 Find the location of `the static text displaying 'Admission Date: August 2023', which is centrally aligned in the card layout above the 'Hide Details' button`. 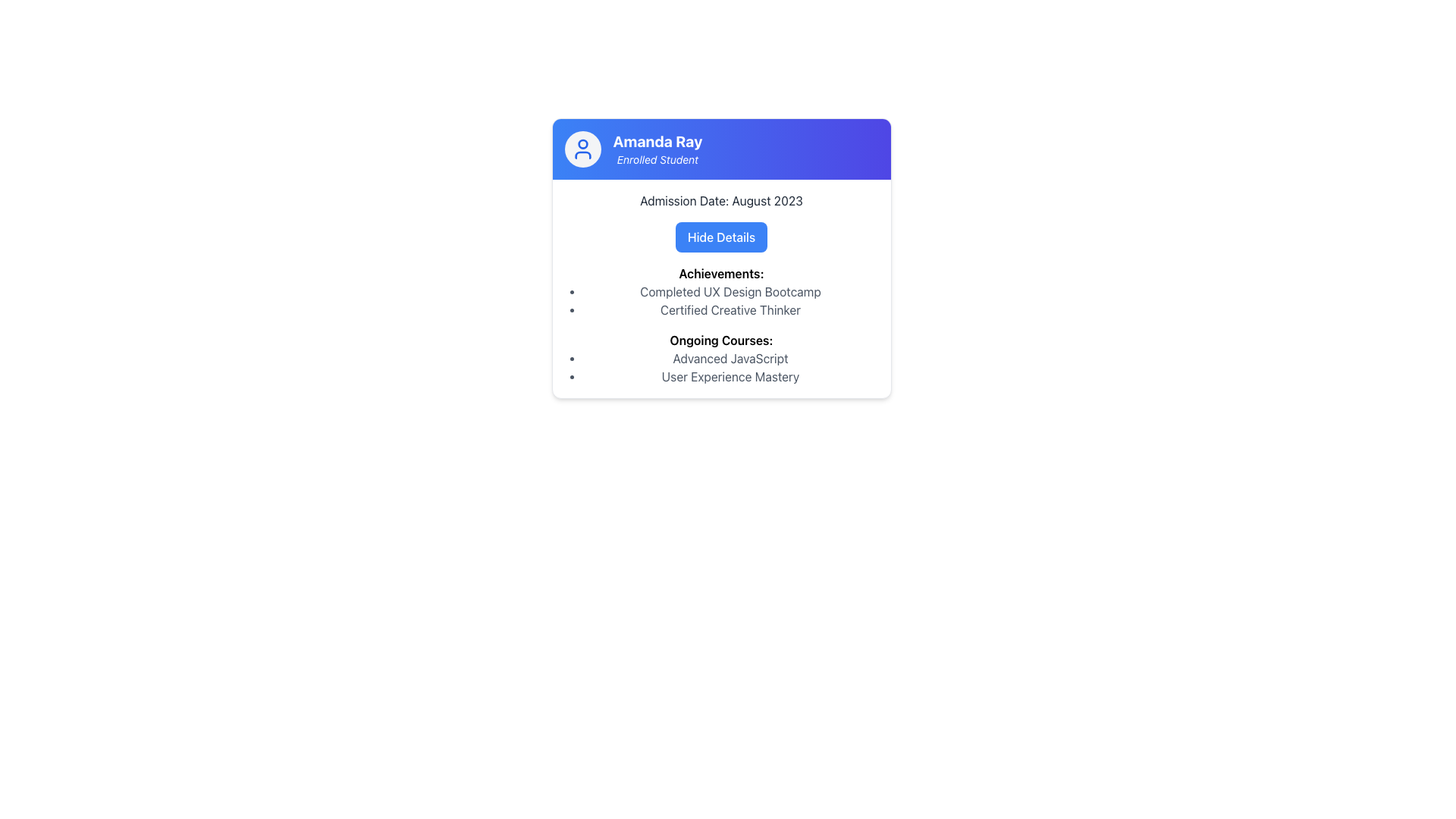

the static text displaying 'Admission Date: August 2023', which is centrally aligned in the card layout above the 'Hide Details' button is located at coordinates (720, 200).